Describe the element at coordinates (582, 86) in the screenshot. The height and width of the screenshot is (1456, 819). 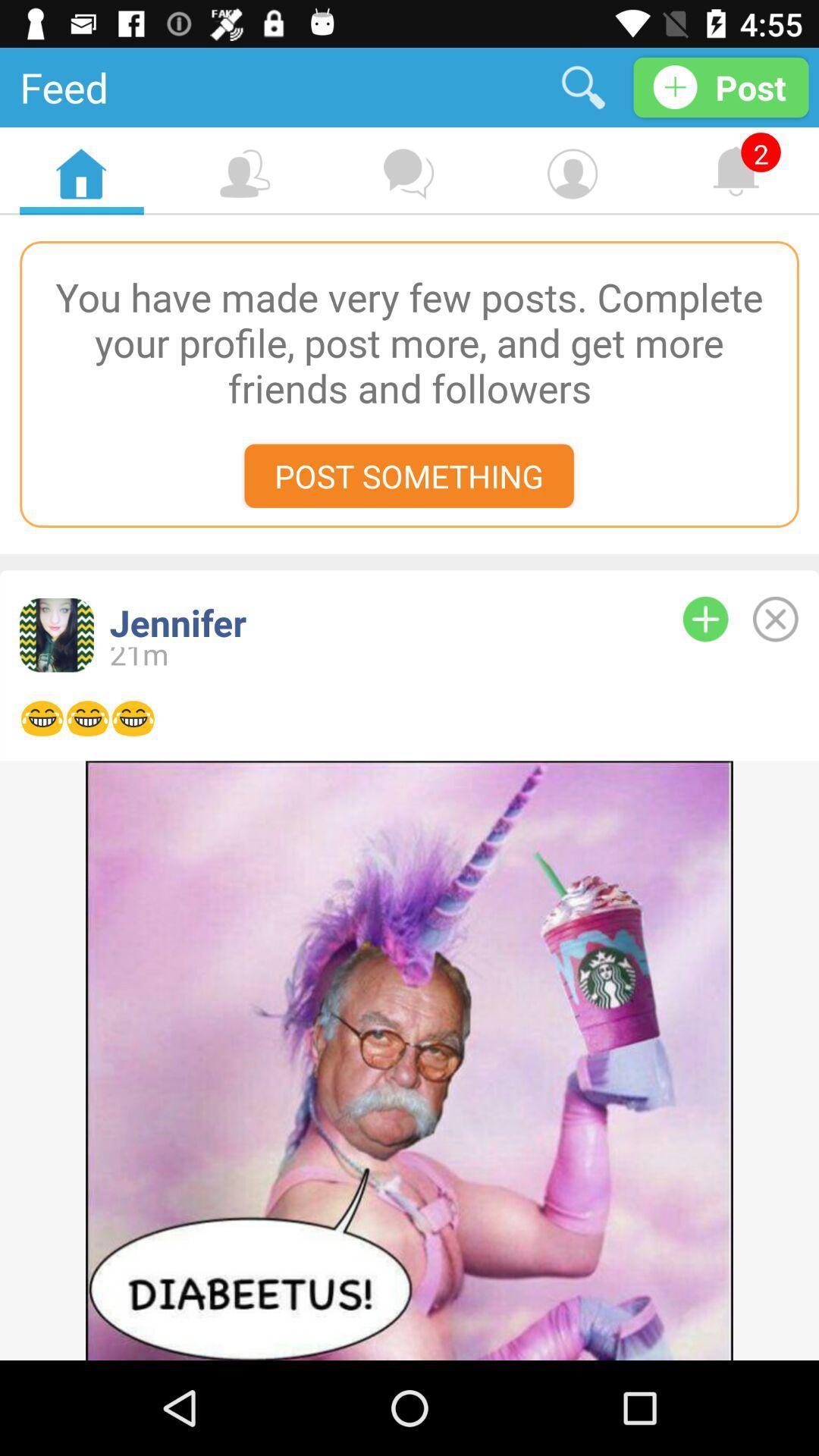
I see `item next to feed icon` at that location.